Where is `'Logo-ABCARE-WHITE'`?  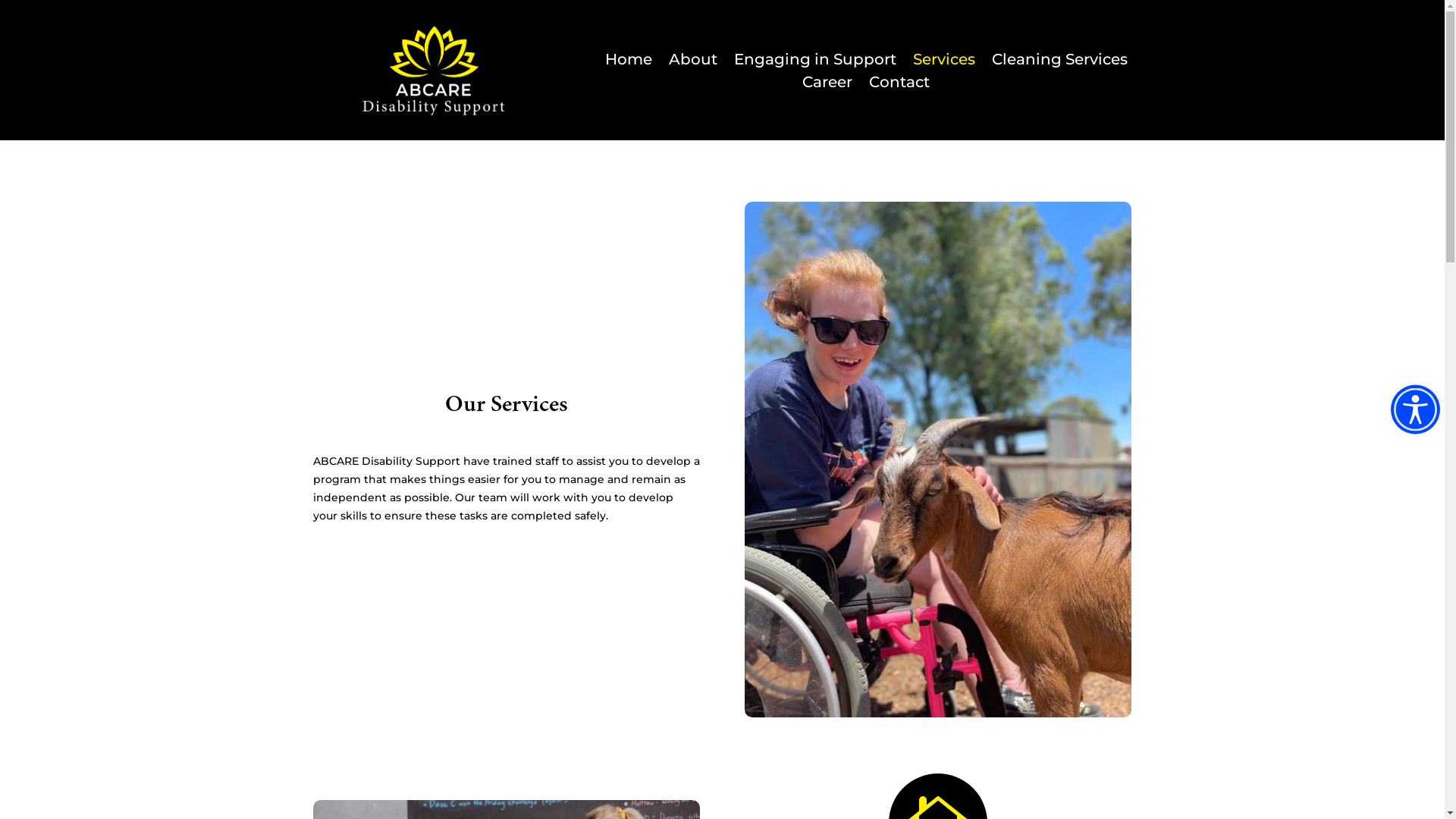 'Logo-ABCARE-WHITE' is located at coordinates (433, 70).